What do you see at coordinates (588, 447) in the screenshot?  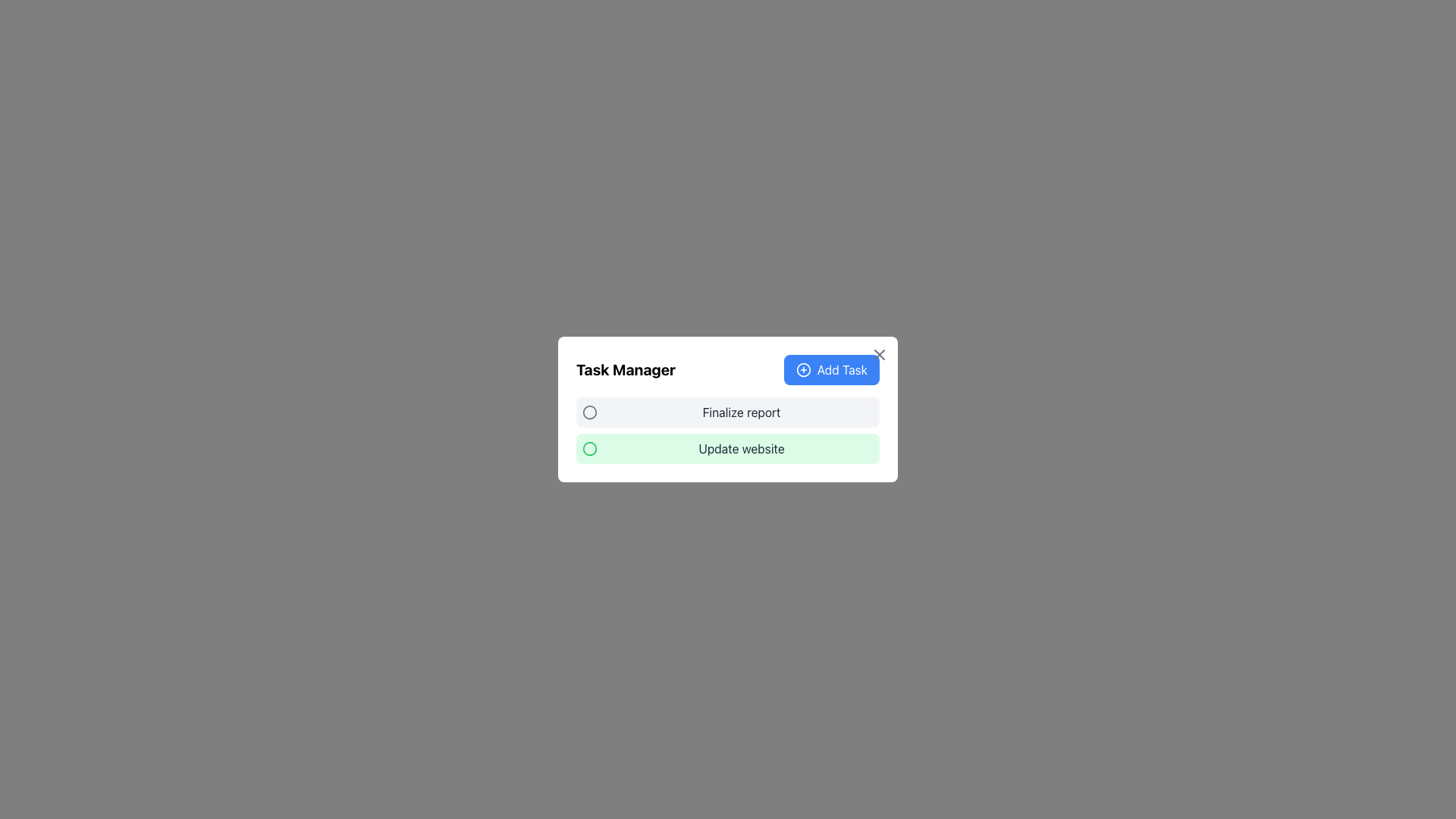 I see `the Status Indicator located to the left of the text 'Update website' in the task manager interface` at bounding box center [588, 447].